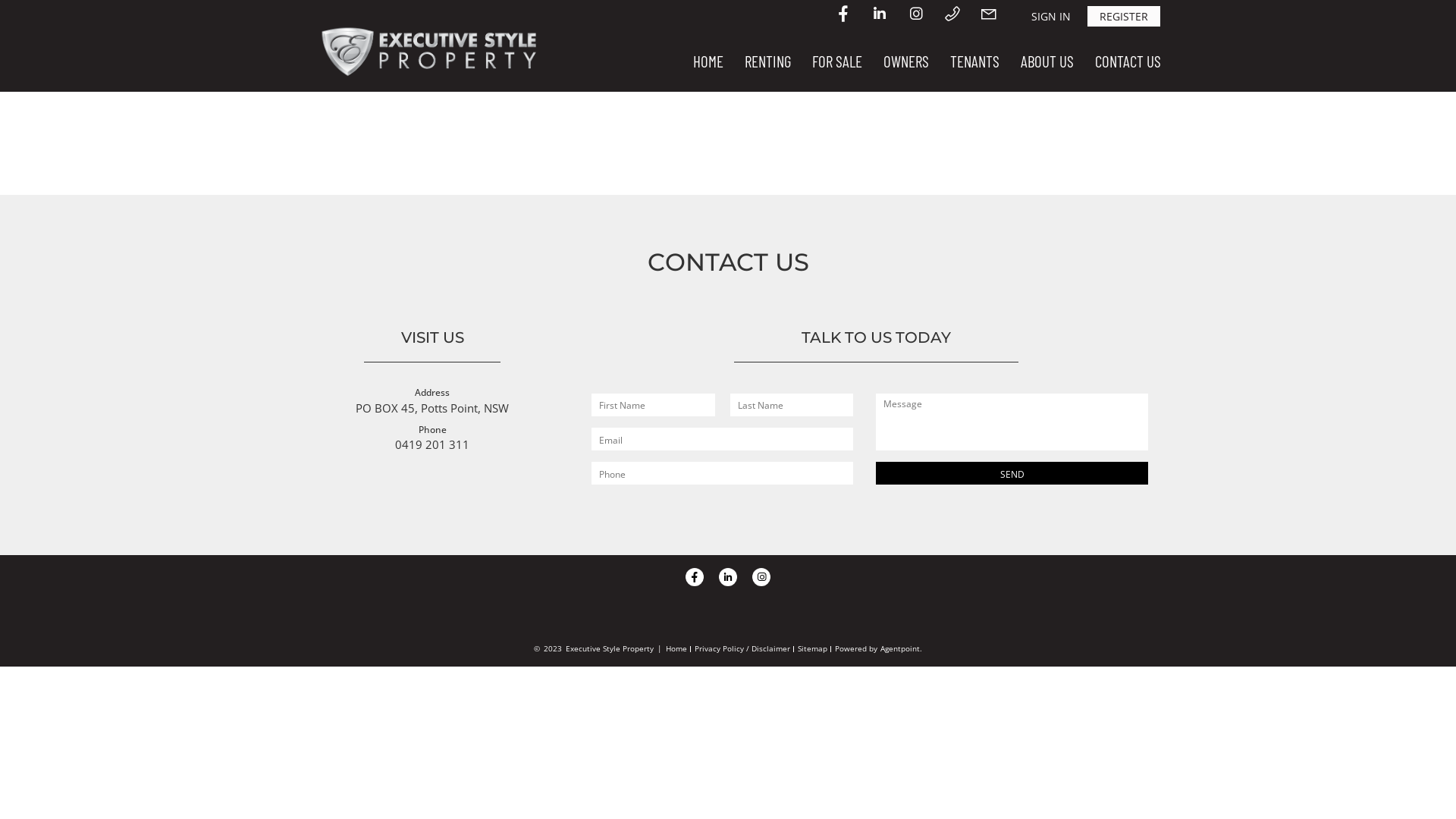 The width and height of the screenshot is (1456, 819). What do you see at coordinates (767, 61) in the screenshot?
I see `'RENTING'` at bounding box center [767, 61].